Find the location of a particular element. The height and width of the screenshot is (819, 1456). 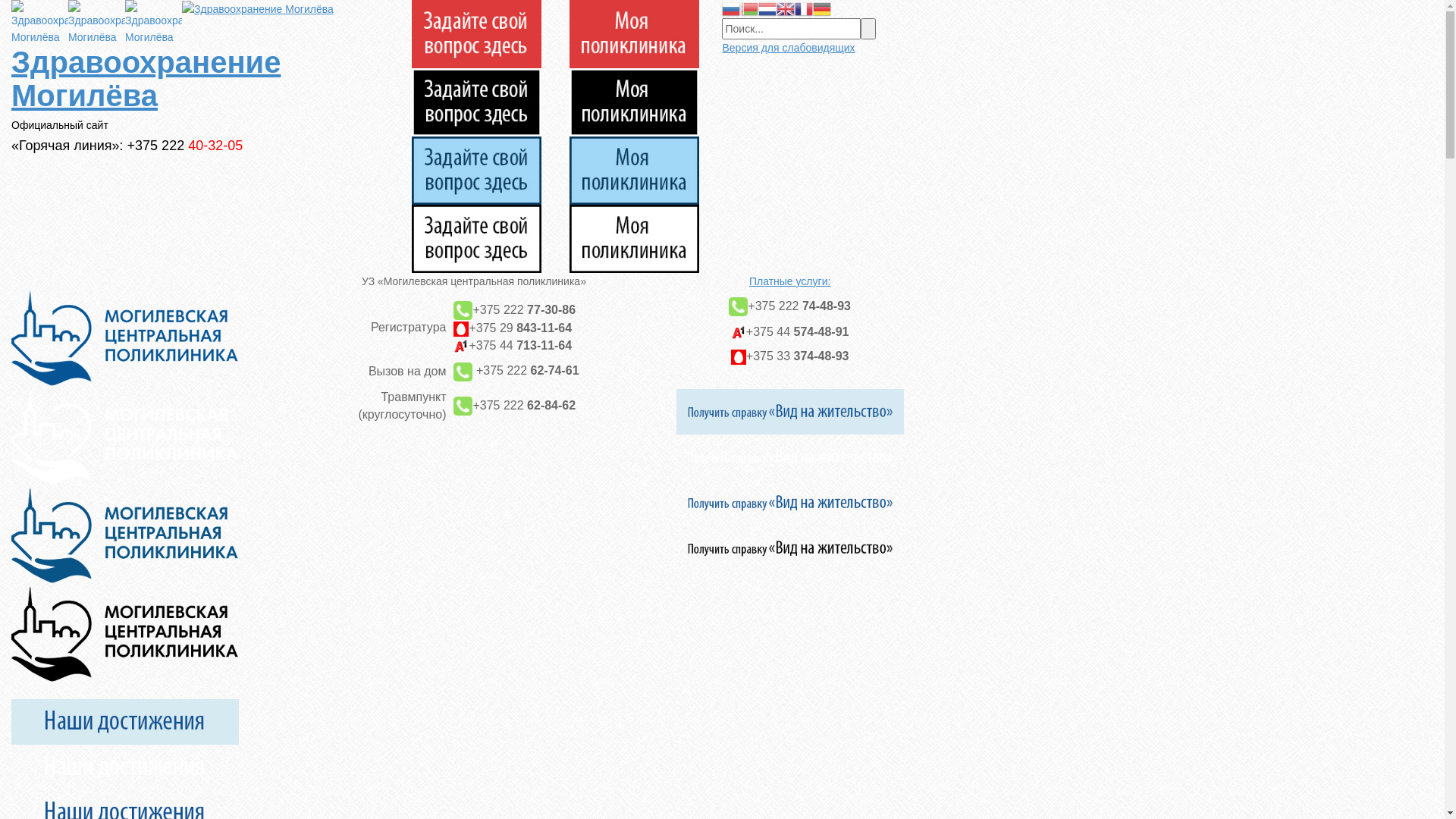

'Russian' is located at coordinates (731, 8).